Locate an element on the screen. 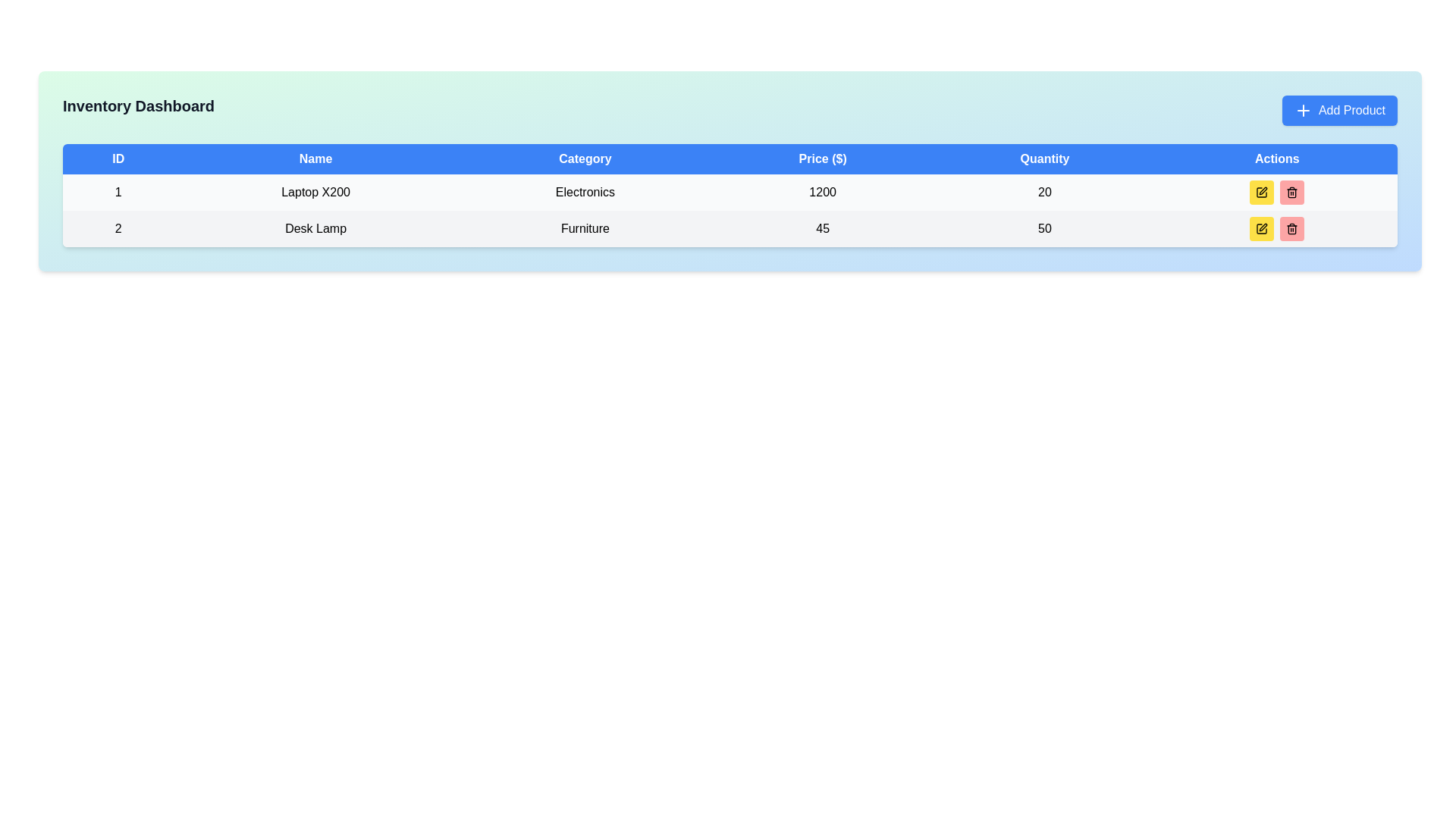  text content of the 'Quantity' cell displaying the value '20' for the item 'Laptop X200' in the table is located at coordinates (1043, 192).